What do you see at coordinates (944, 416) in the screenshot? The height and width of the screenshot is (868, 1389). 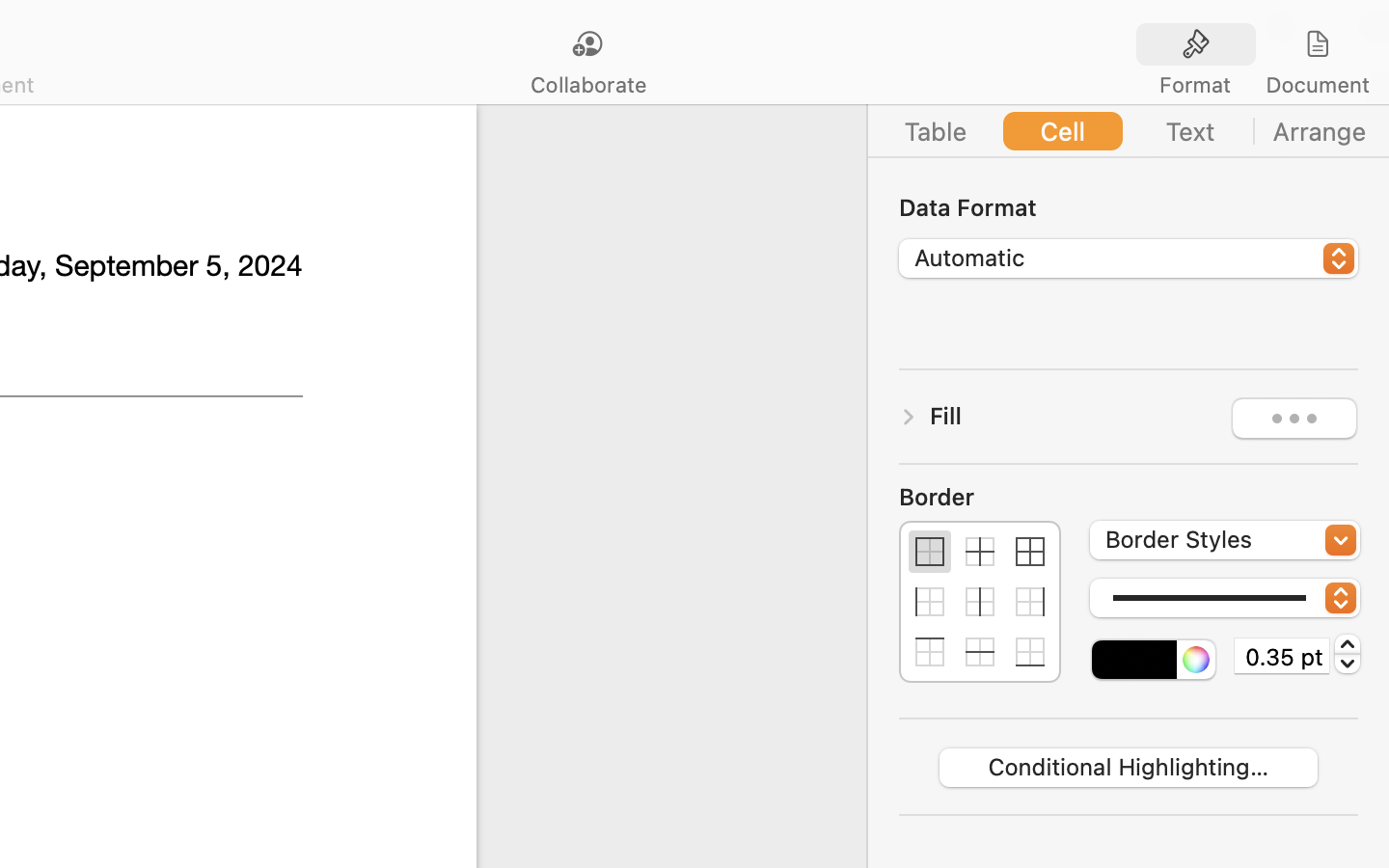 I see `'Fill'` at bounding box center [944, 416].